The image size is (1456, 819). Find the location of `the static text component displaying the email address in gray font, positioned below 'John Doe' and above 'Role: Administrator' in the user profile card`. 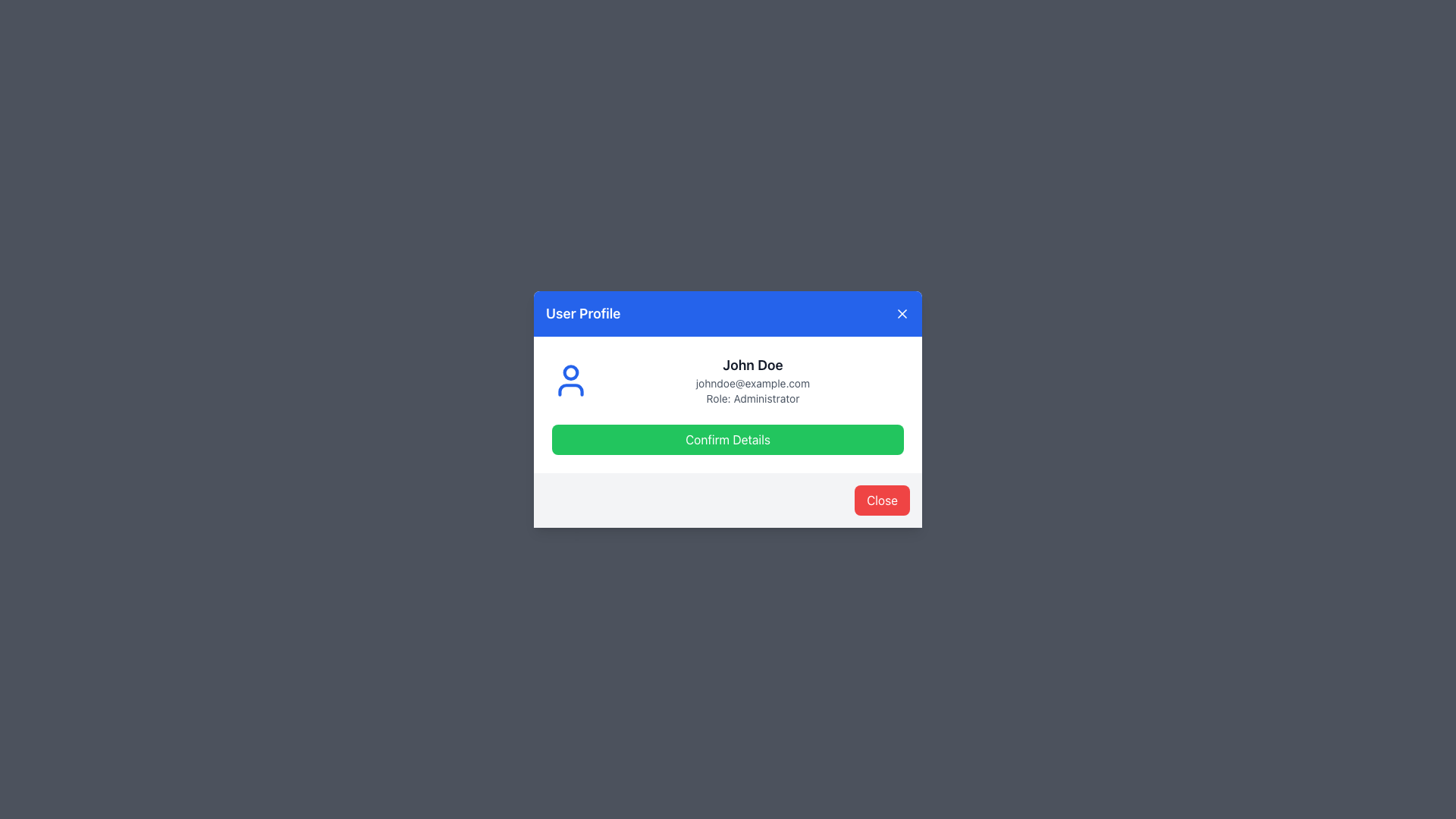

the static text component displaying the email address in gray font, positioned below 'John Doe' and above 'Role: Administrator' in the user profile card is located at coordinates (753, 382).